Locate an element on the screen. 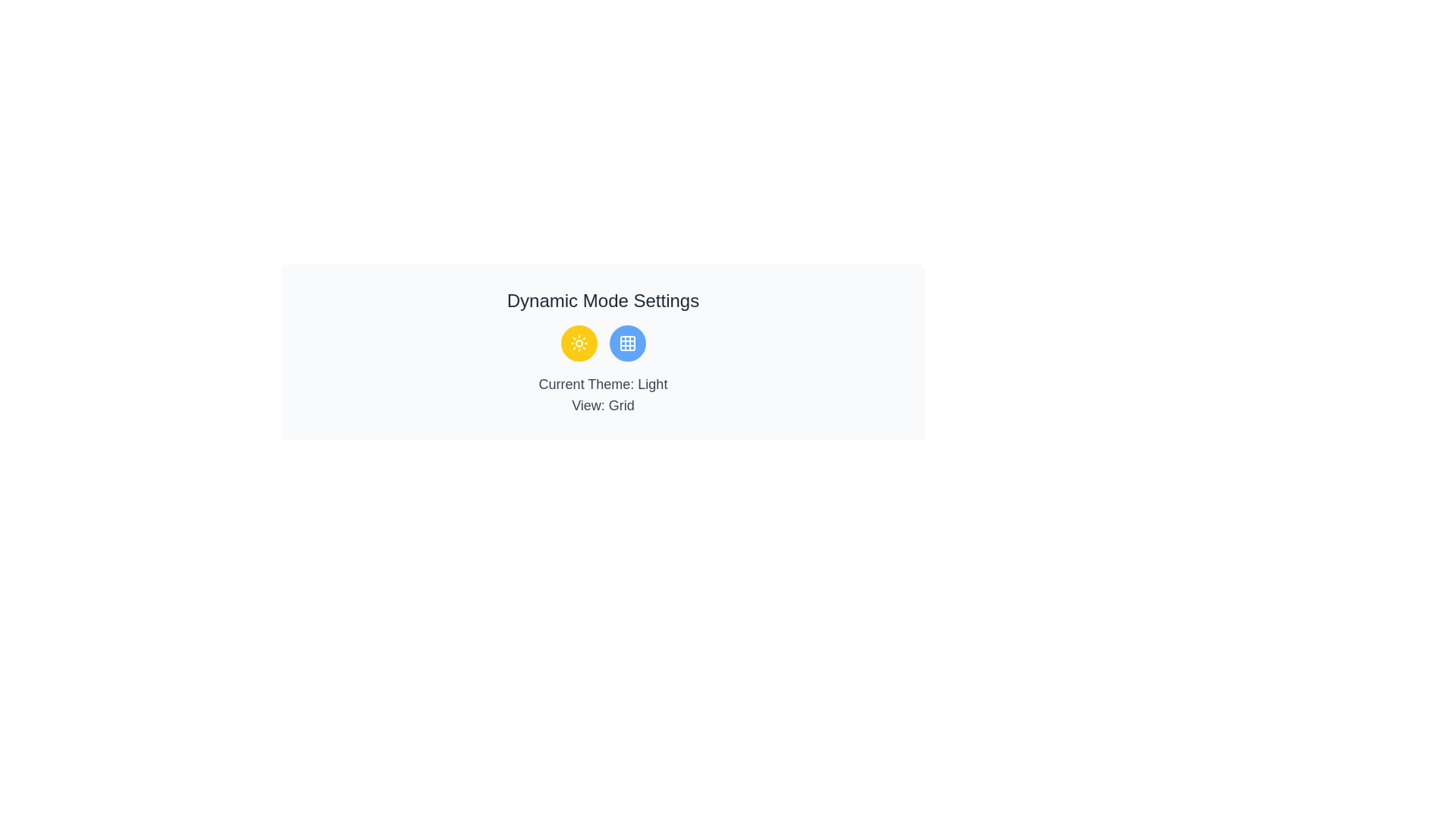  the Text Label that indicates the current view mode, which is currently set to 'Grid', located below the 'Current Theme: Light' label is located at coordinates (602, 405).